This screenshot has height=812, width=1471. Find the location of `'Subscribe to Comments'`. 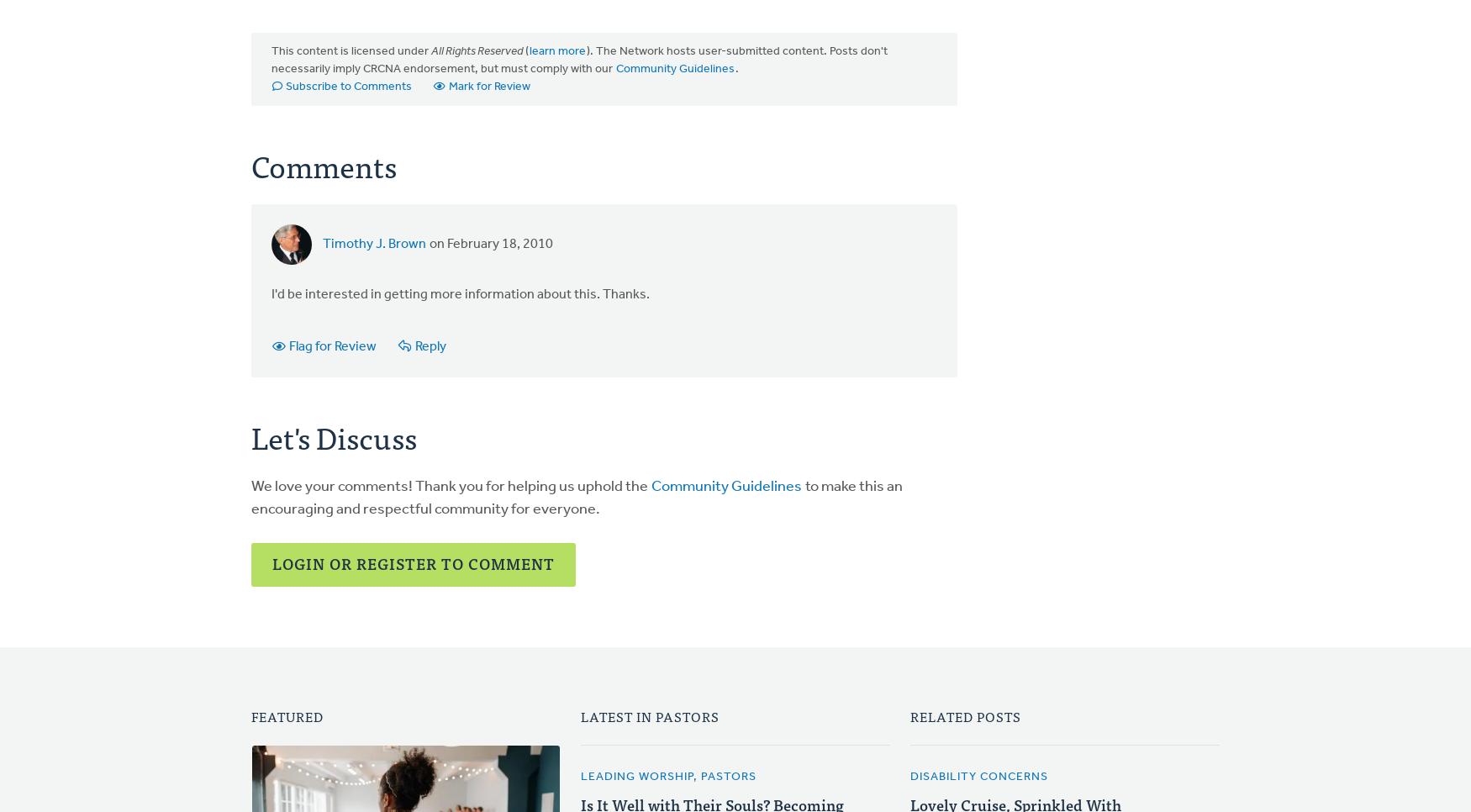

'Subscribe to Comments' is located at coordinates (347, 86).